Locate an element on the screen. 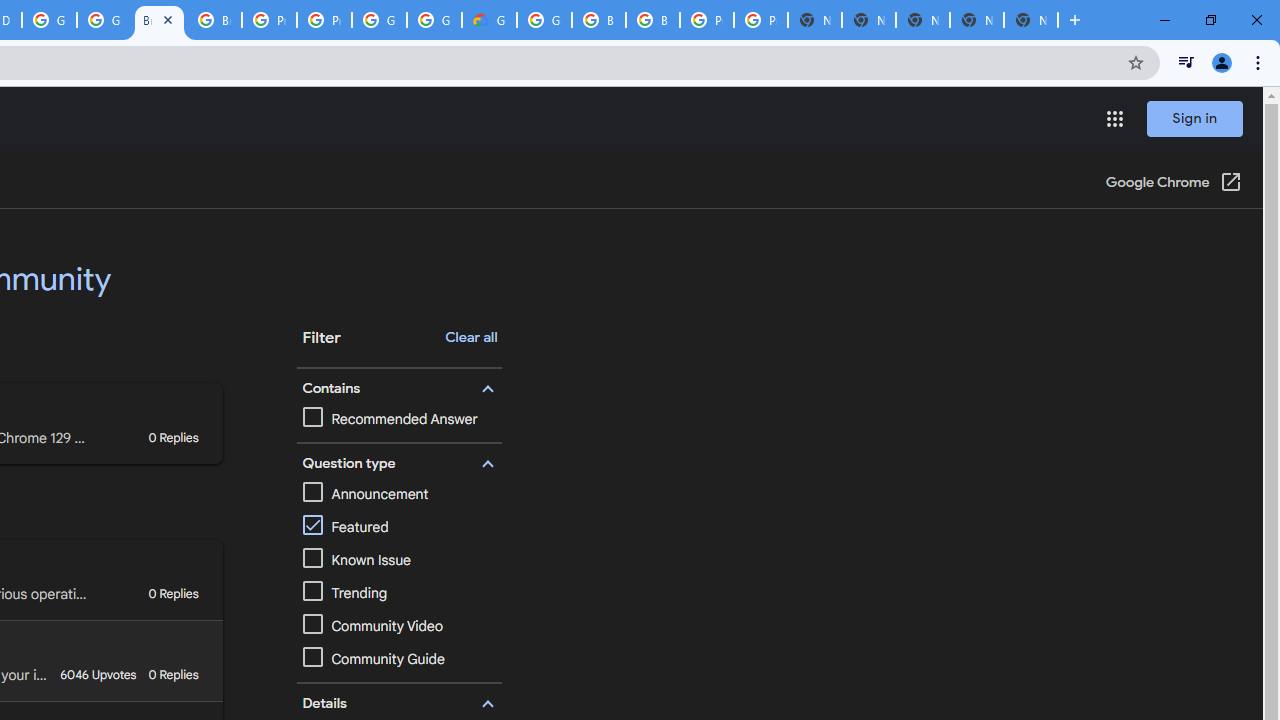 This screenshot has width=1280, height=720. 'Known Issue' is located at coordinates (399, 560).